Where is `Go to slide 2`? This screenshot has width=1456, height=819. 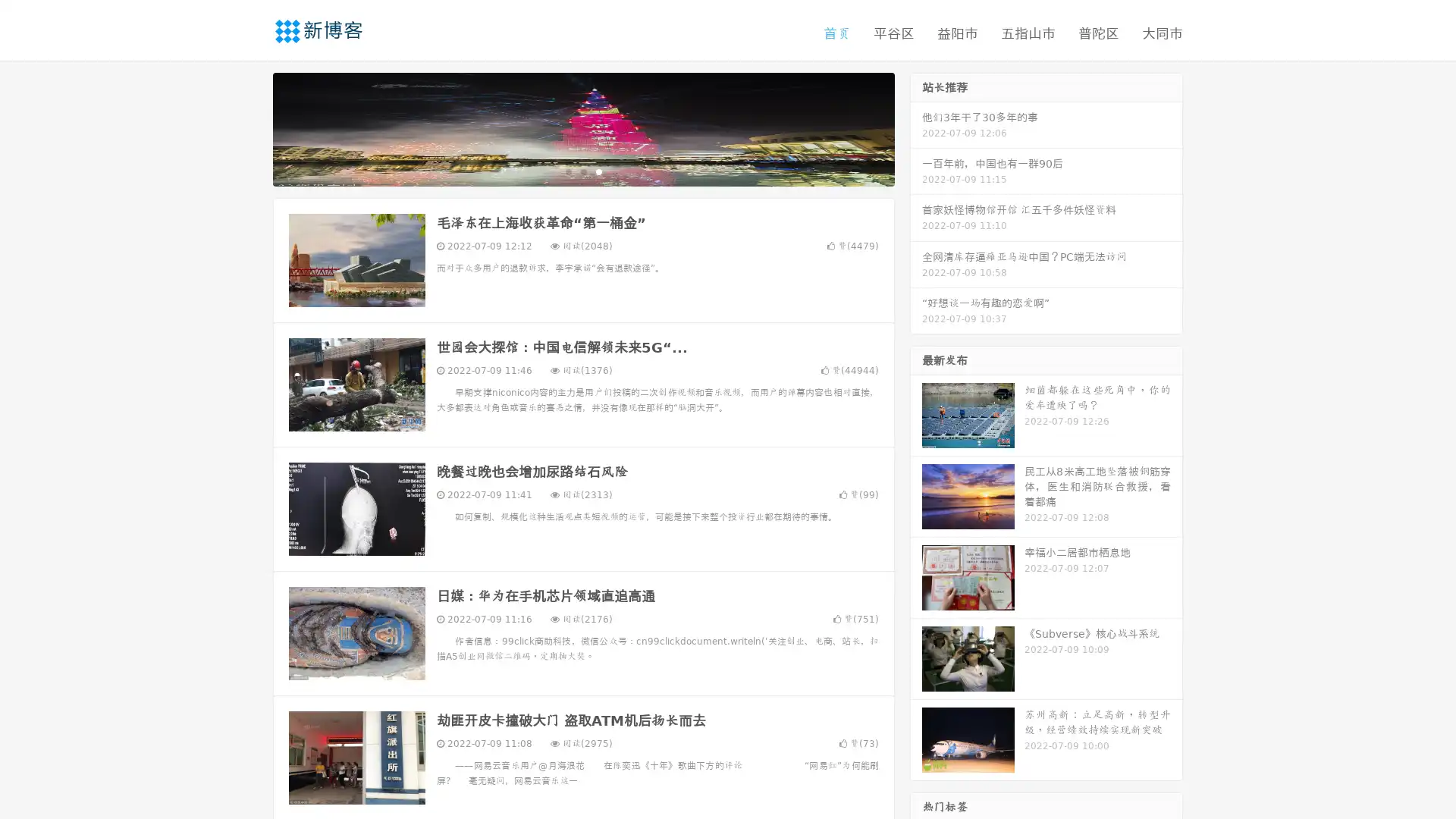
Go to slide 2 is located at coordinates (582, 171).